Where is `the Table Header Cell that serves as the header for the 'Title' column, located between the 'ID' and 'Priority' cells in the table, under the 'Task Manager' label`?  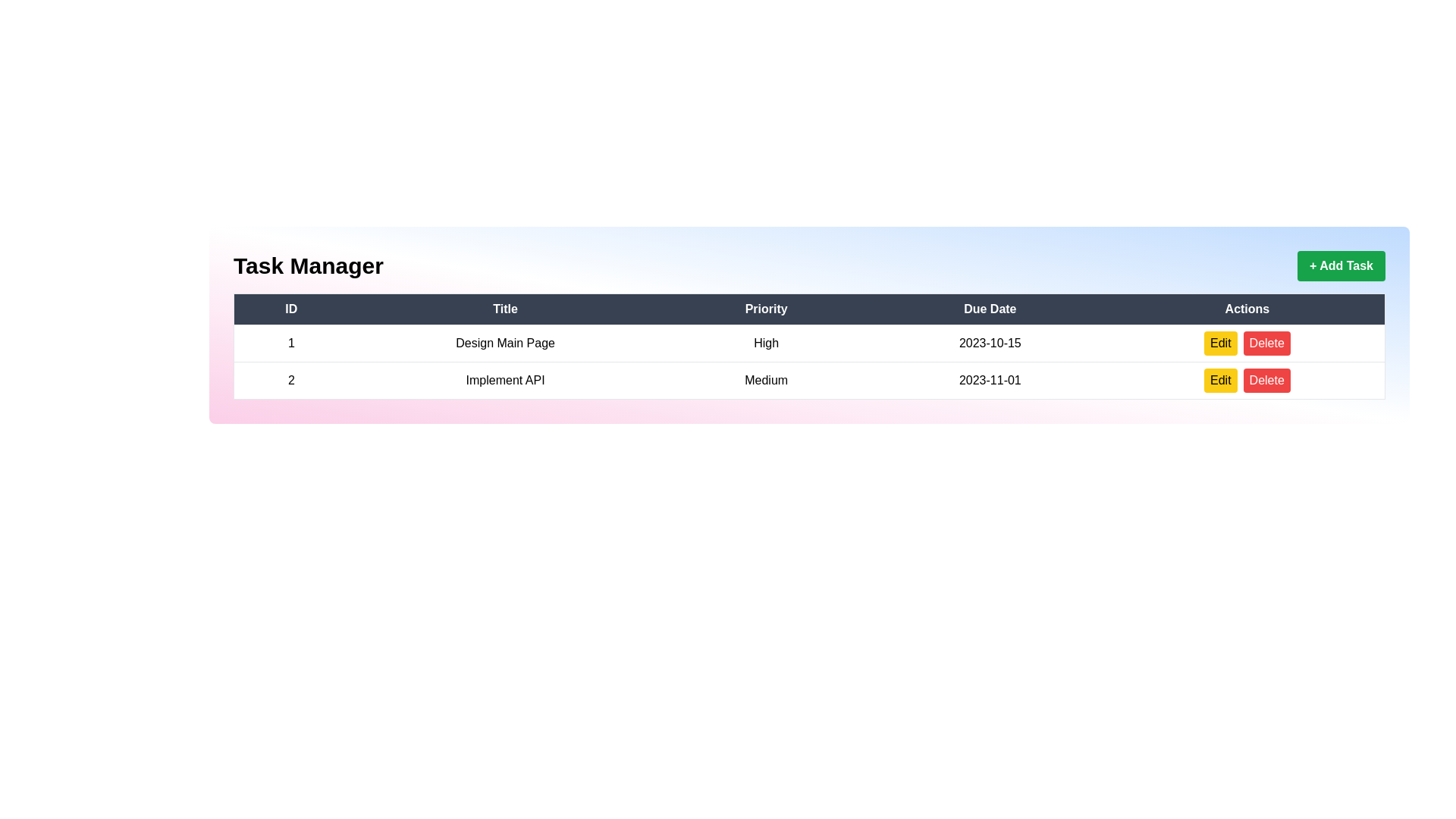
the Table Header Cell that serves as the header for the 'Title' column, located between the 'ID' and 'Priority' cells in the table, under the 'Task Manager' label is located at coordinates (505, 309).